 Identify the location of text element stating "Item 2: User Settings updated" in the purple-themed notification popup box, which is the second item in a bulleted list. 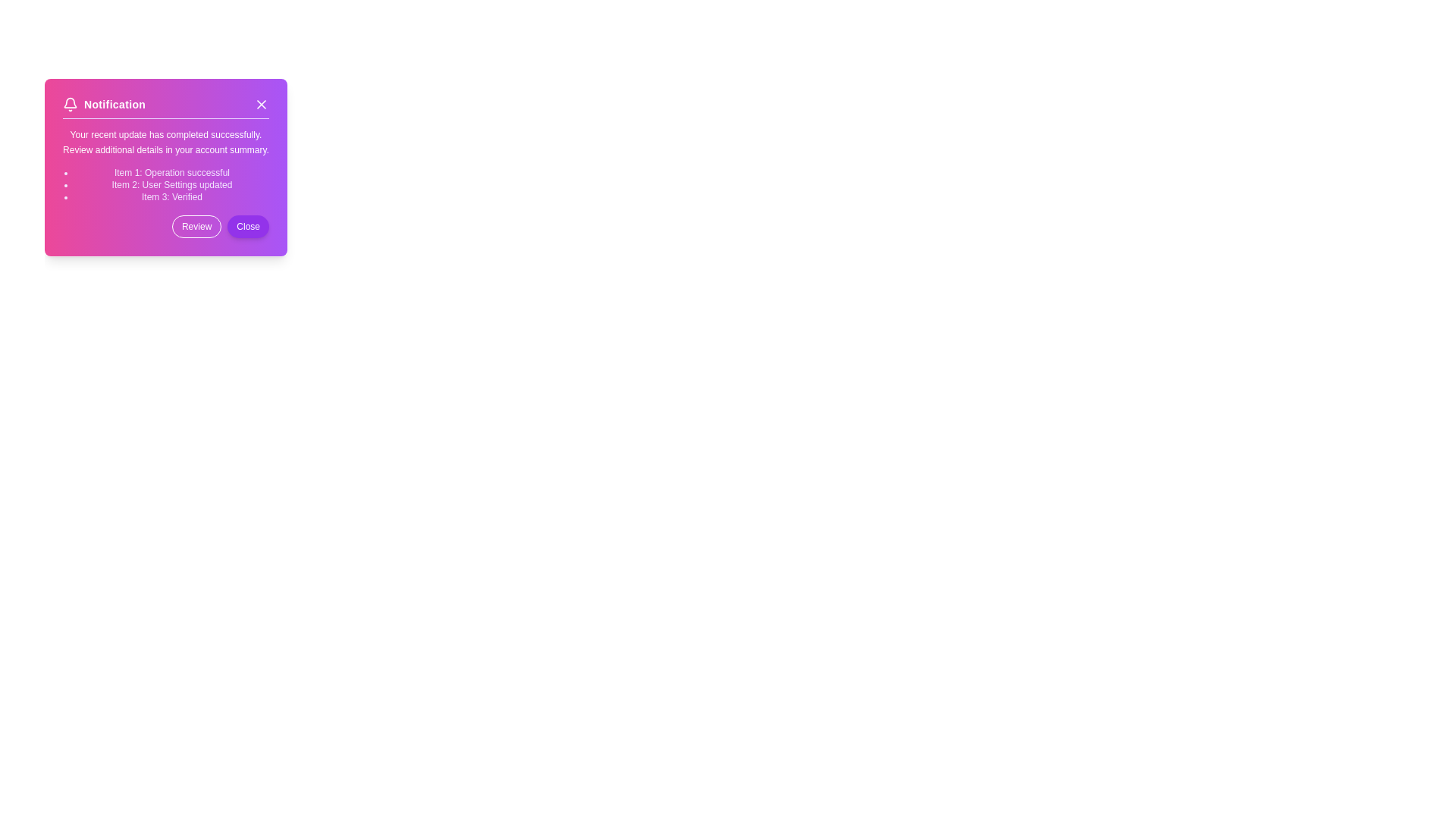
(171, 184).